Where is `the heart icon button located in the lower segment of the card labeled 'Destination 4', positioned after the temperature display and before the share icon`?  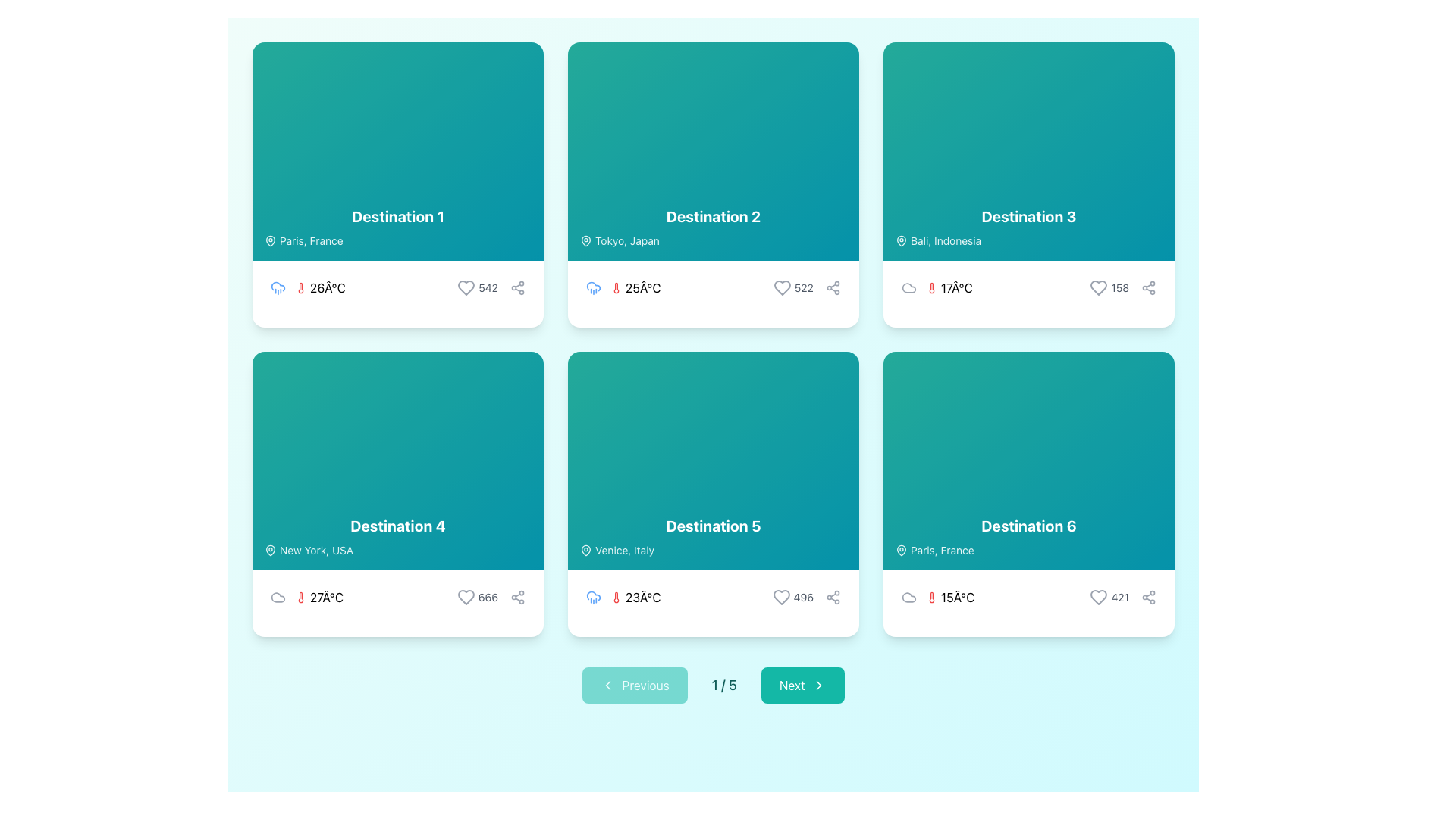 the heart icon button located in the lower segment of the card labeled 'Destination 4', positioned after the temperature display and before the share icon is located at coordinates (465, 596).